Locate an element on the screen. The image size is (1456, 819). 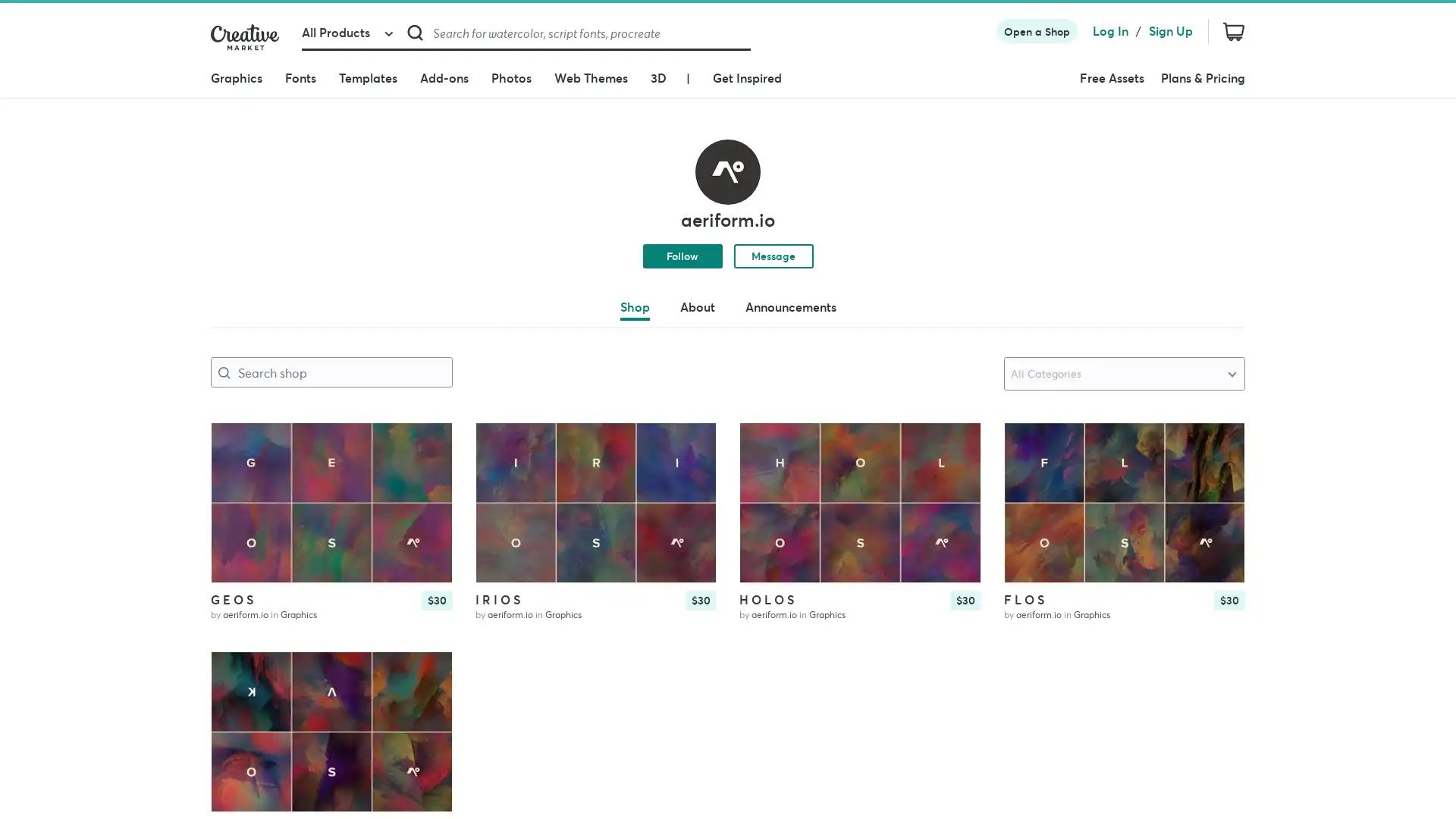
Plans & Pricing is located at coordinates (1202, 78).